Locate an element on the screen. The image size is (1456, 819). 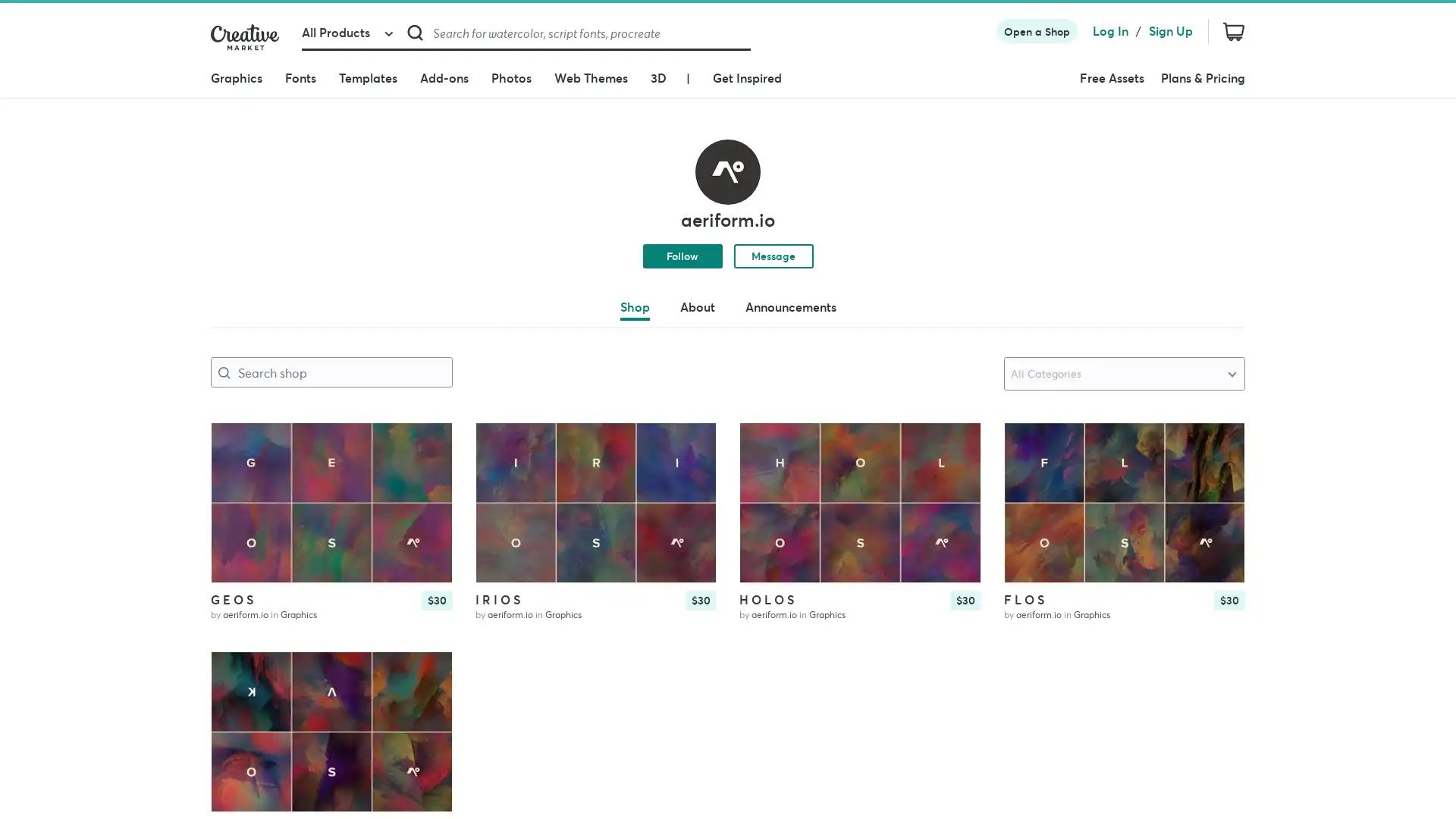
Plans & Pricing is located at coordinates (1202, 78).